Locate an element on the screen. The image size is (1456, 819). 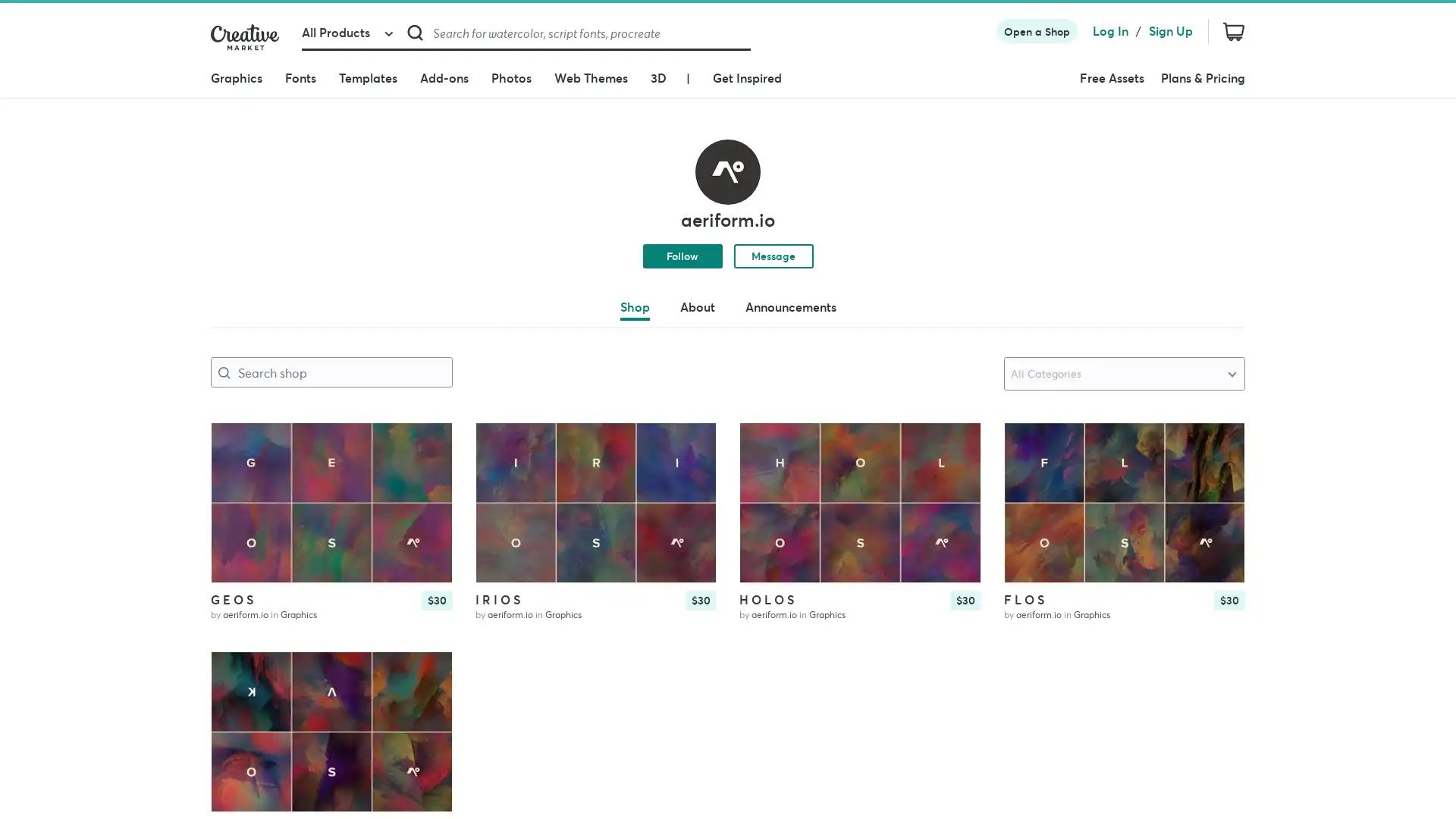
Plans & Pricing is located at coordinates (1202, 78).